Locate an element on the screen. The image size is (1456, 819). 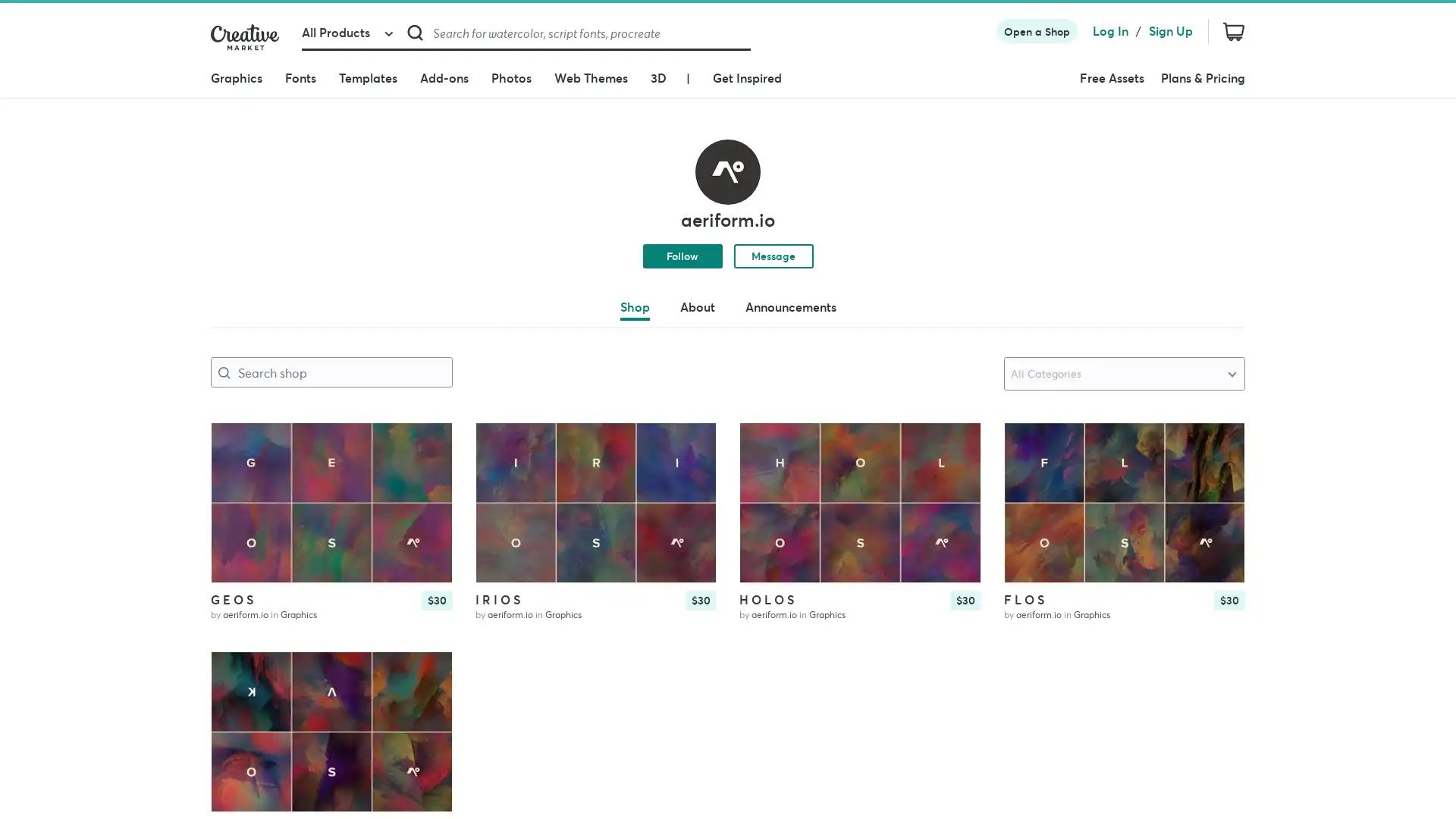
Plans & Pricing is located at coordinates (1202, 78).